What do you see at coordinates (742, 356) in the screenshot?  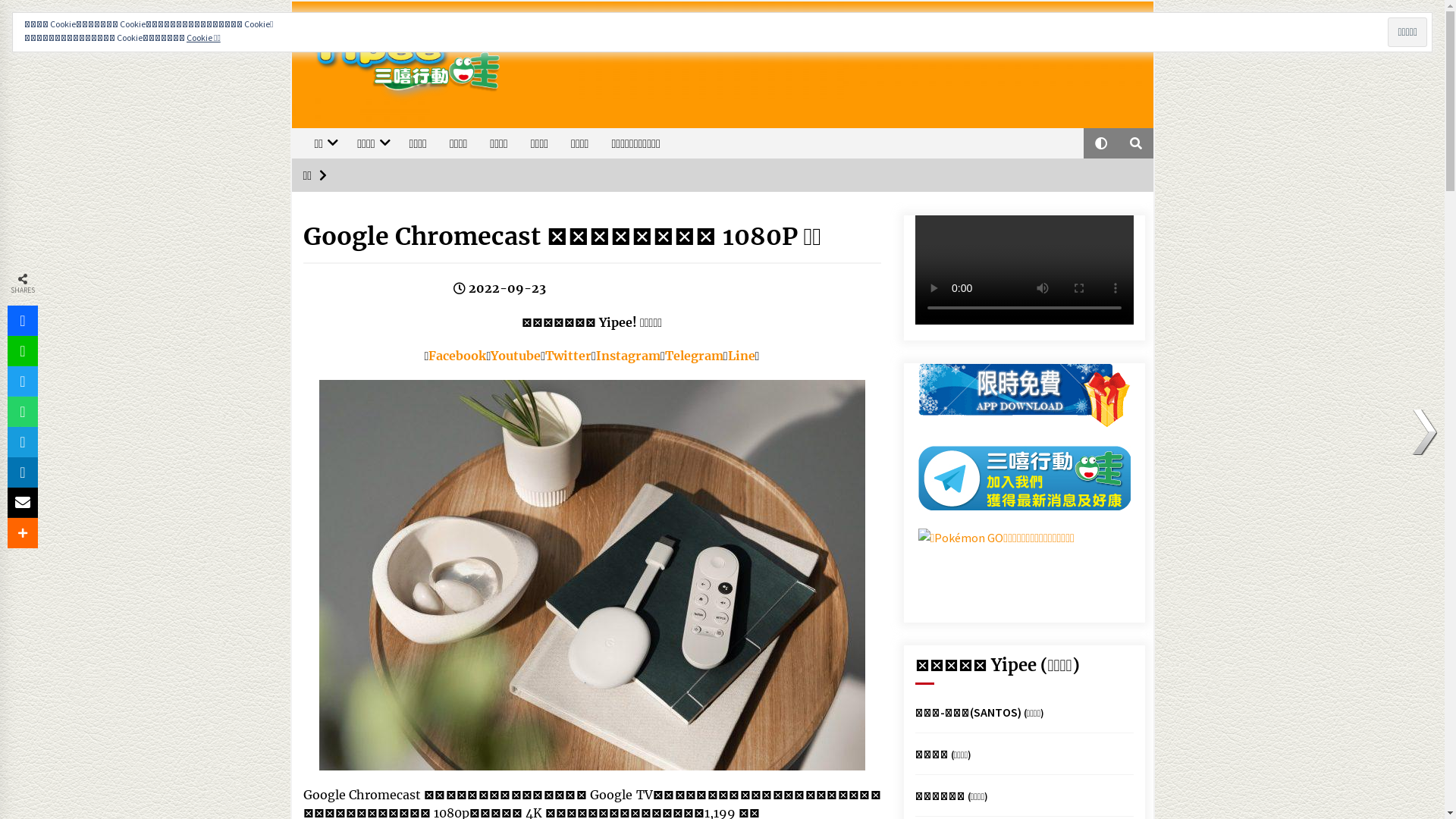 I see `'Line'` at bounding box center [742, 356].